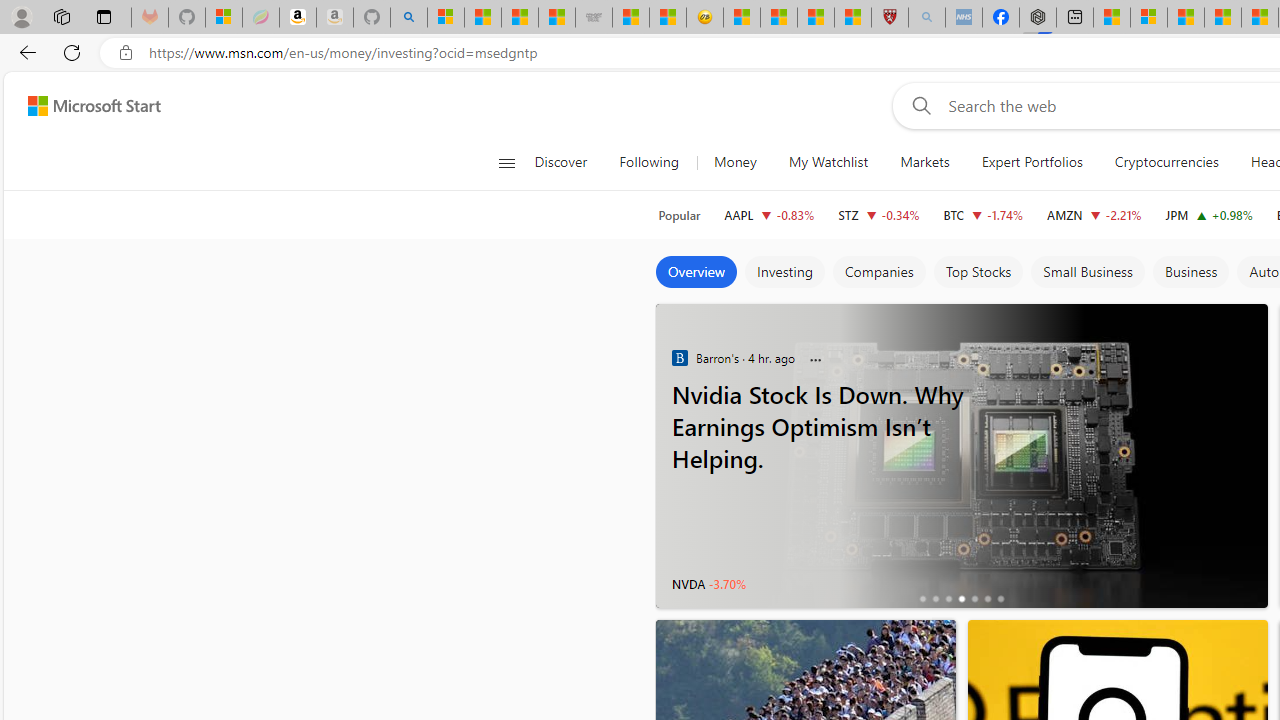 The width and height of the screenshot is (1280, 720). What do you see at coordinates (125, 52) in the screenshot?
I see `'View site information'` at bounding box center [125, 52].